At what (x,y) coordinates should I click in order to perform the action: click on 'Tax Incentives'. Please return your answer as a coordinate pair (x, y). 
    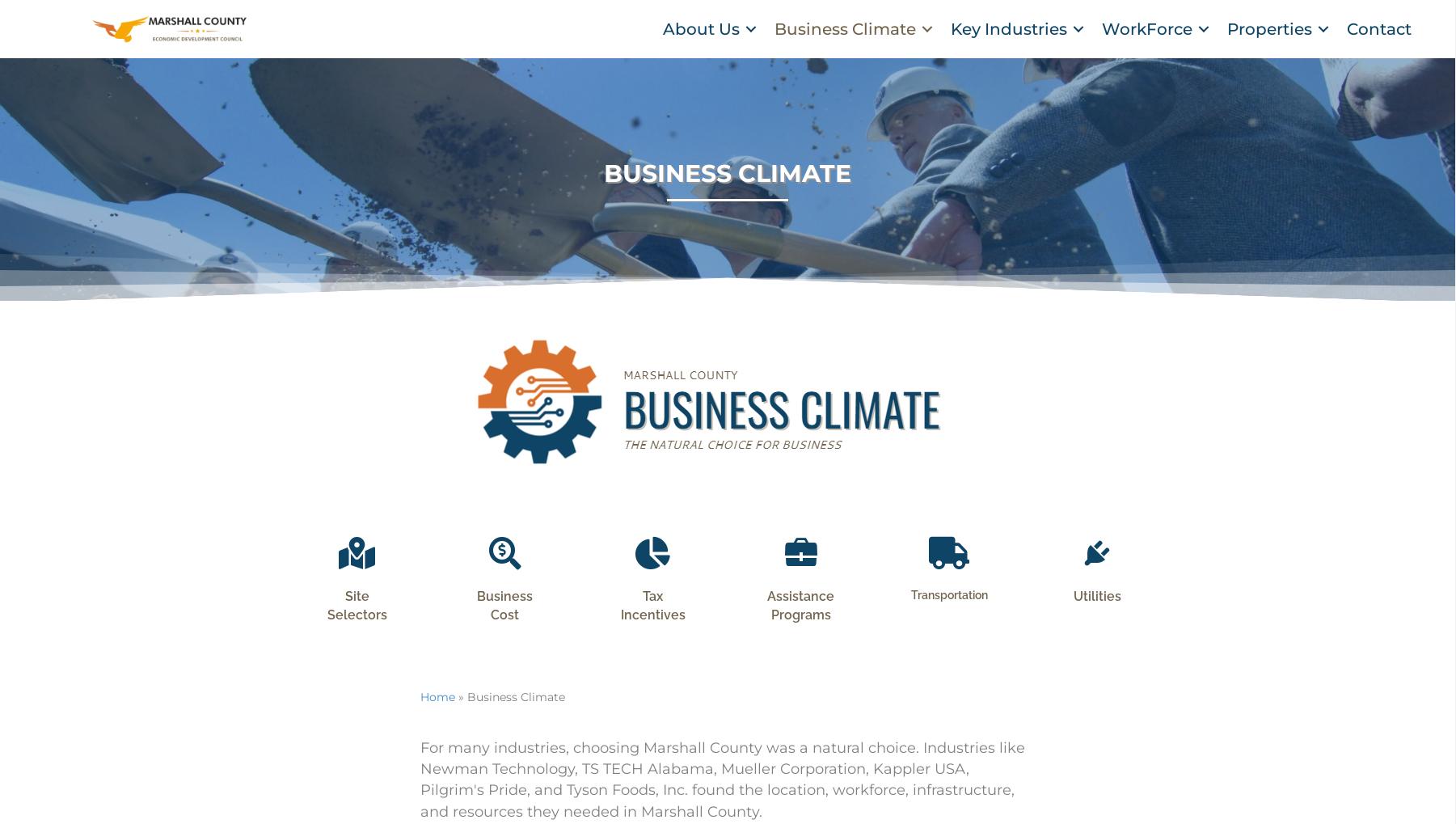
    Looking at the image, I should click on (620, 625).